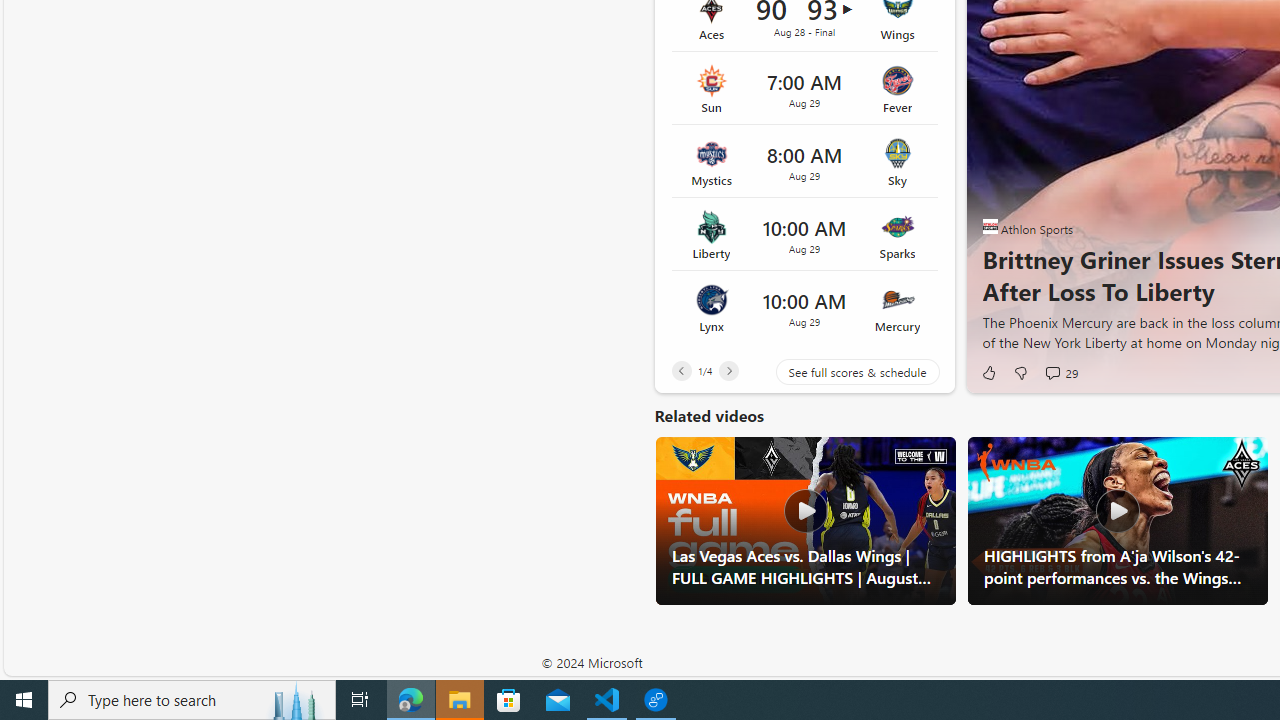 This screenshot has height=720, width=1280. What do you see at coordinates (842, 372) in the screenshot?
I see `'See full scores & schedule'` at bounding box center [842, 372].